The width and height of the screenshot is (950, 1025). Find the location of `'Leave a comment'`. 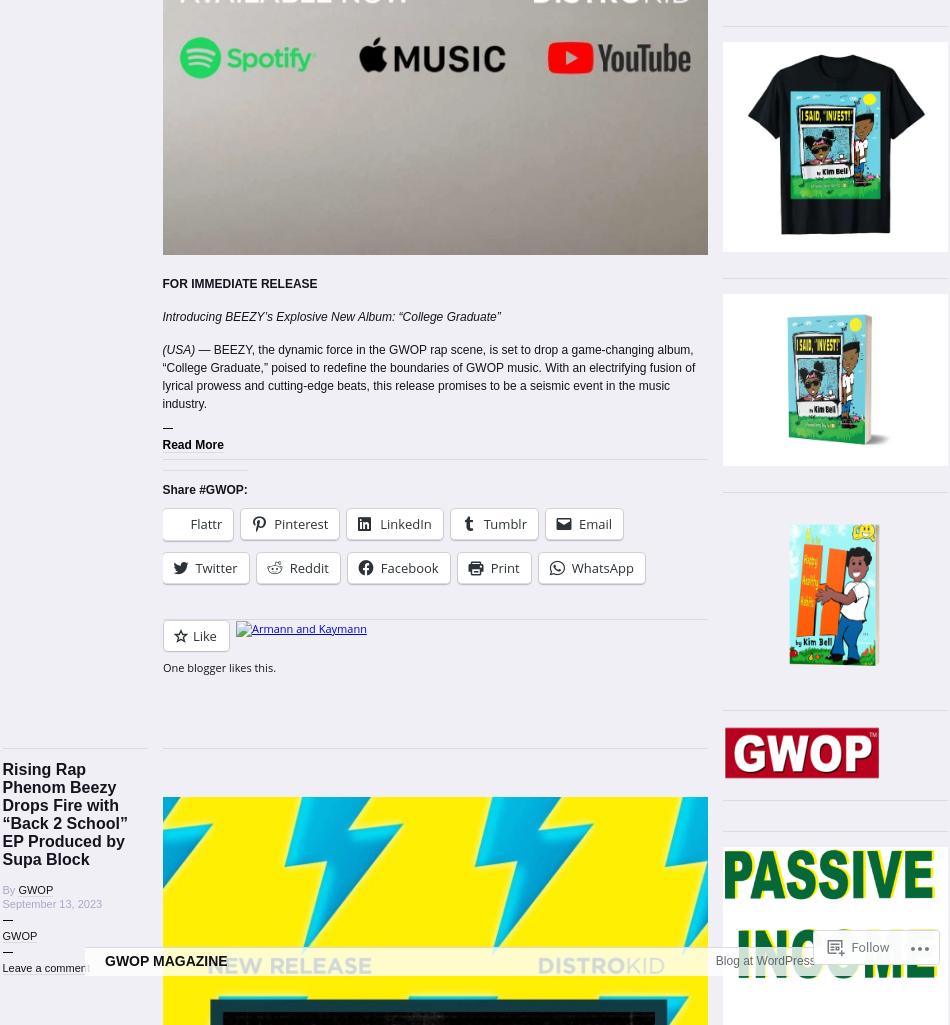

'Leave a comment' is located at coordinates (45, 968).